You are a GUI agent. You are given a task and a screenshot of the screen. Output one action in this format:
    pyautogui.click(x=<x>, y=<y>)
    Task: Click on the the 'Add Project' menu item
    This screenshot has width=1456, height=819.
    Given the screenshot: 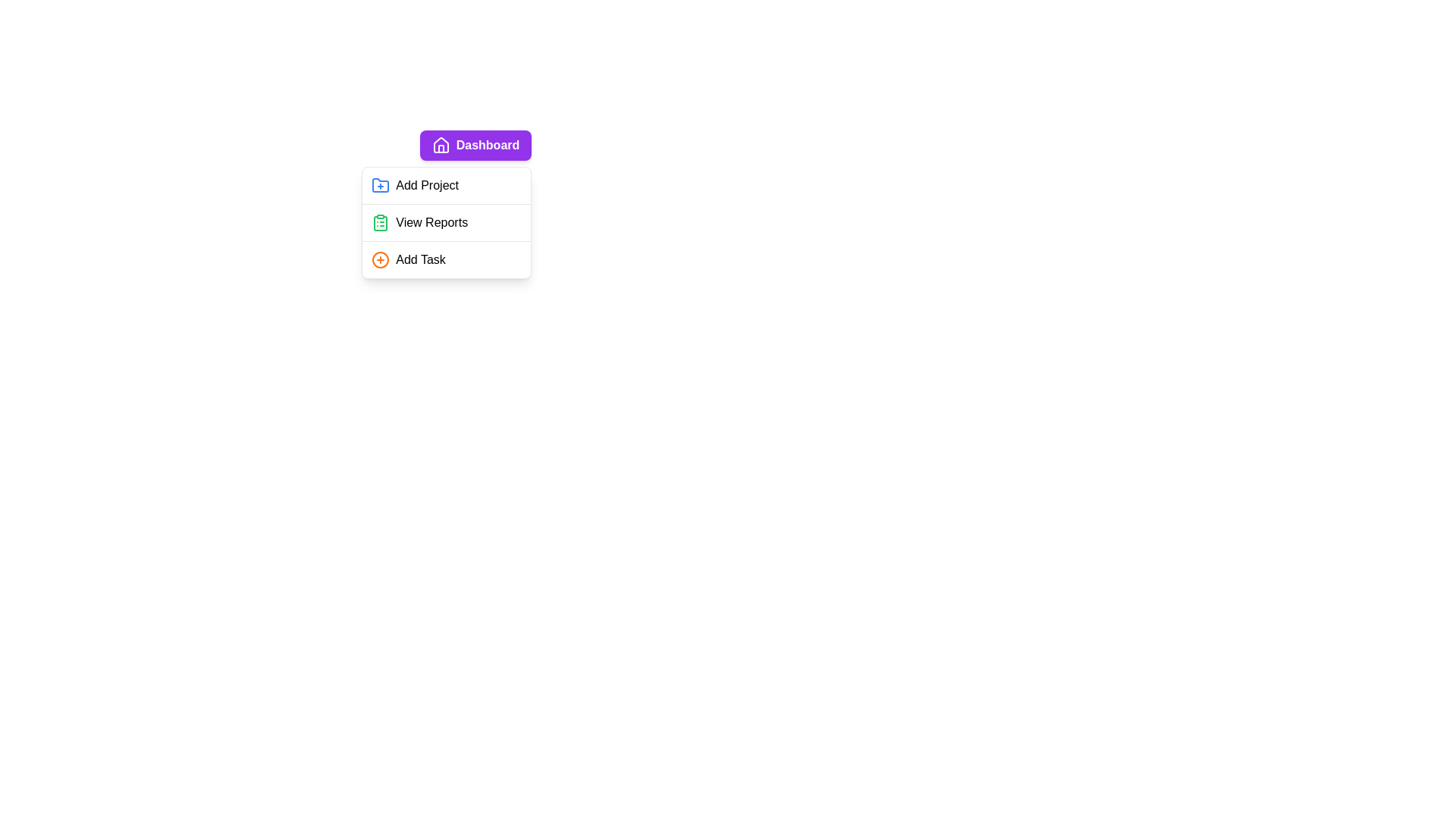 What is the action you would take?
    pyautogui.click(x=446, y=185)
    